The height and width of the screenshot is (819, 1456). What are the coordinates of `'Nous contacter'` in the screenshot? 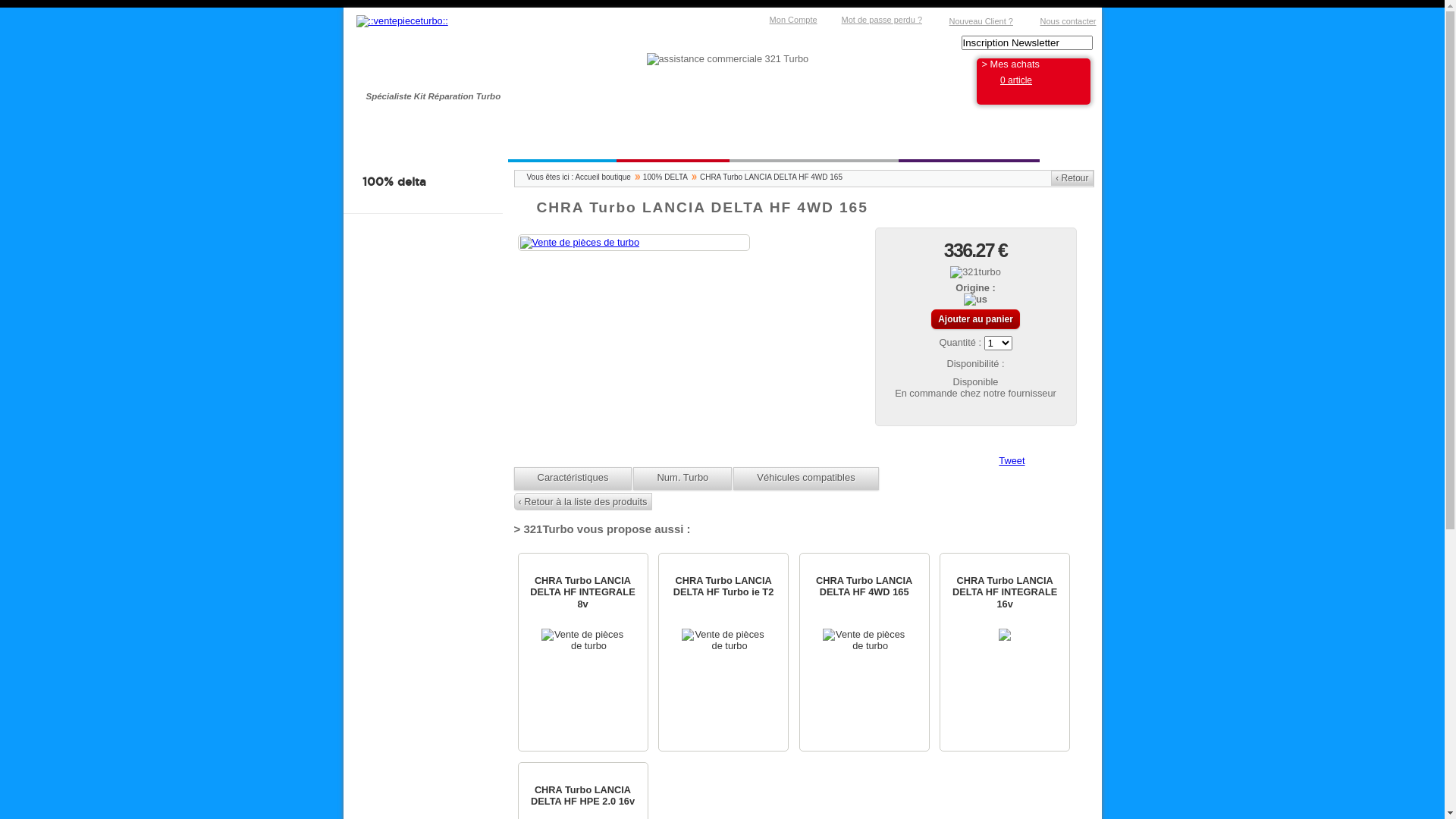 It's located at (1061, 17).